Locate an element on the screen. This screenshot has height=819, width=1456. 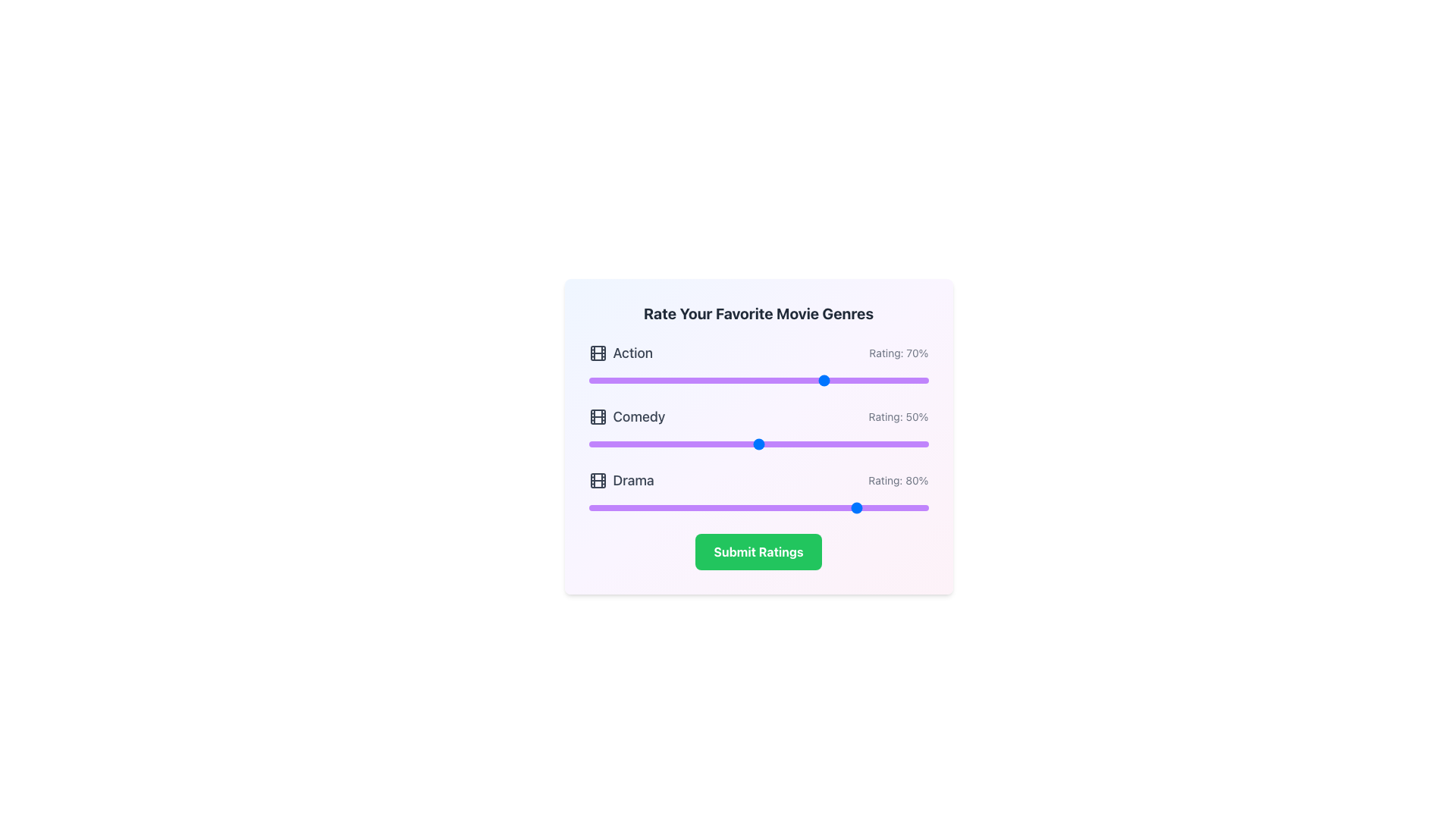
the 'Submit Ratings' button with a green background and white bold text located in the 'Rate Your Favorite Movie Genres' section is located at coordinates (758, 552).